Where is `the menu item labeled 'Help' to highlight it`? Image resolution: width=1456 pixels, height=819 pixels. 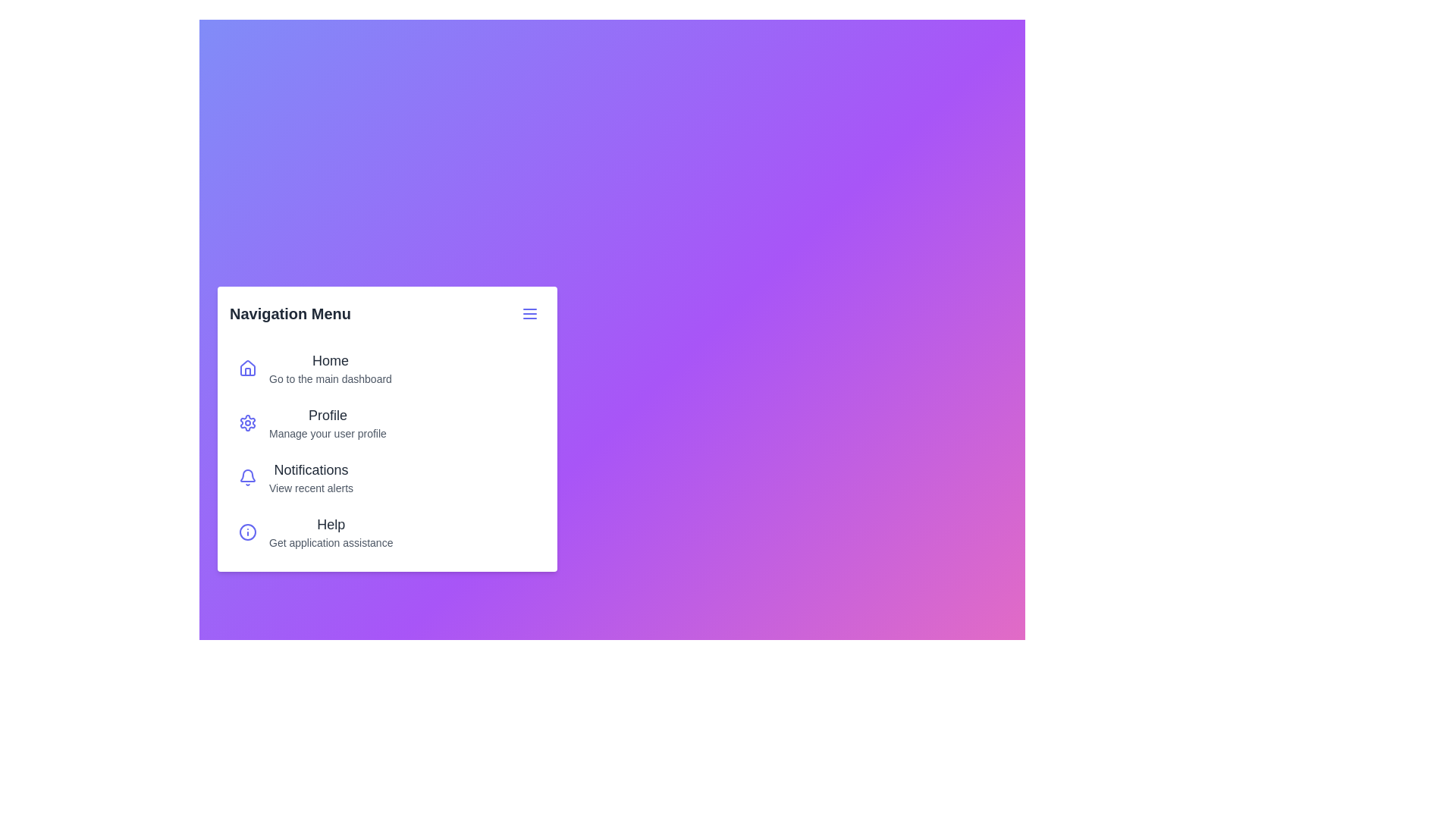
the menu item labeled 'Help' to highlight it is located at coordinates (247, 532).